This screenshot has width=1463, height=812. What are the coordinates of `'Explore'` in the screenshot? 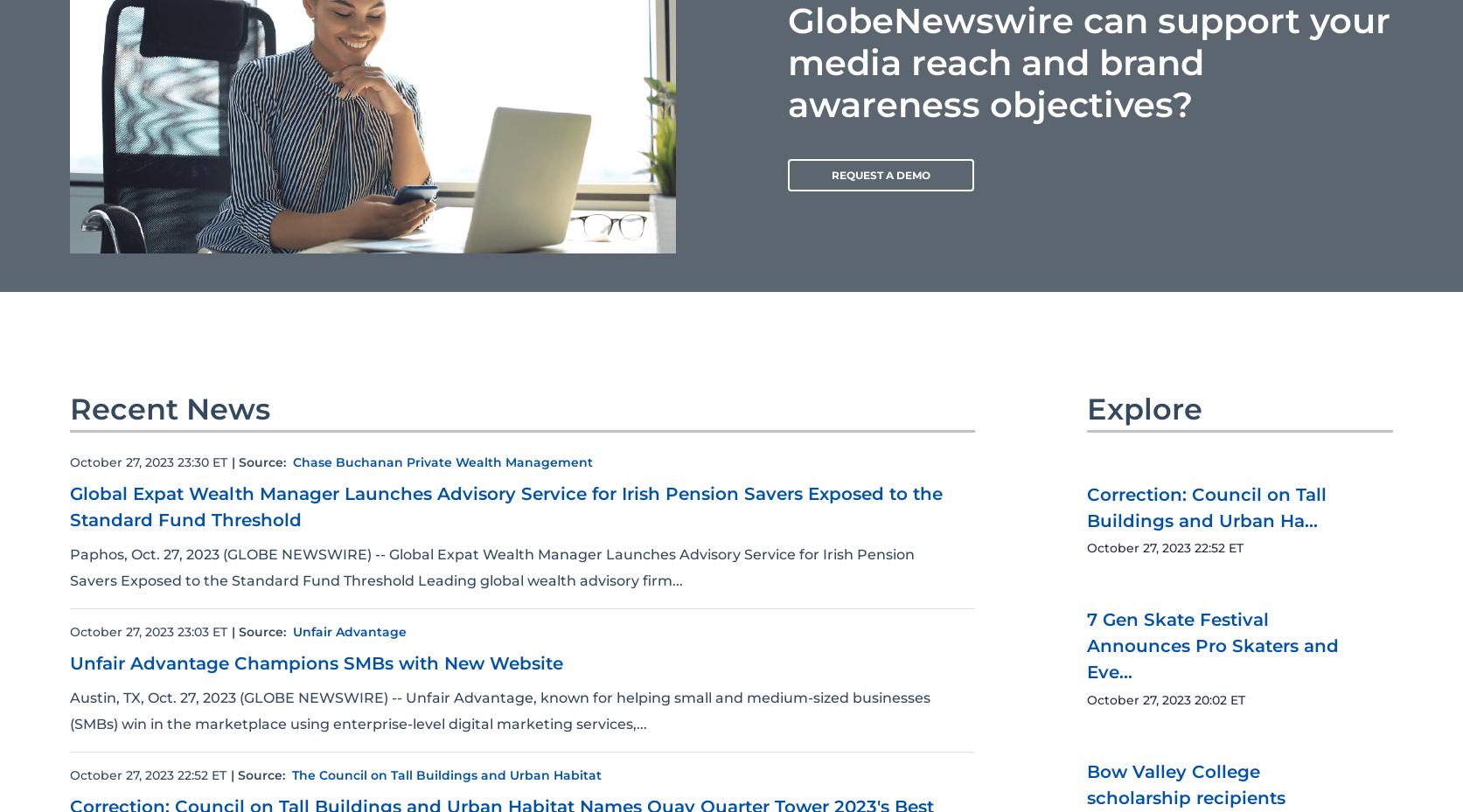 It's located at (1144, 408).